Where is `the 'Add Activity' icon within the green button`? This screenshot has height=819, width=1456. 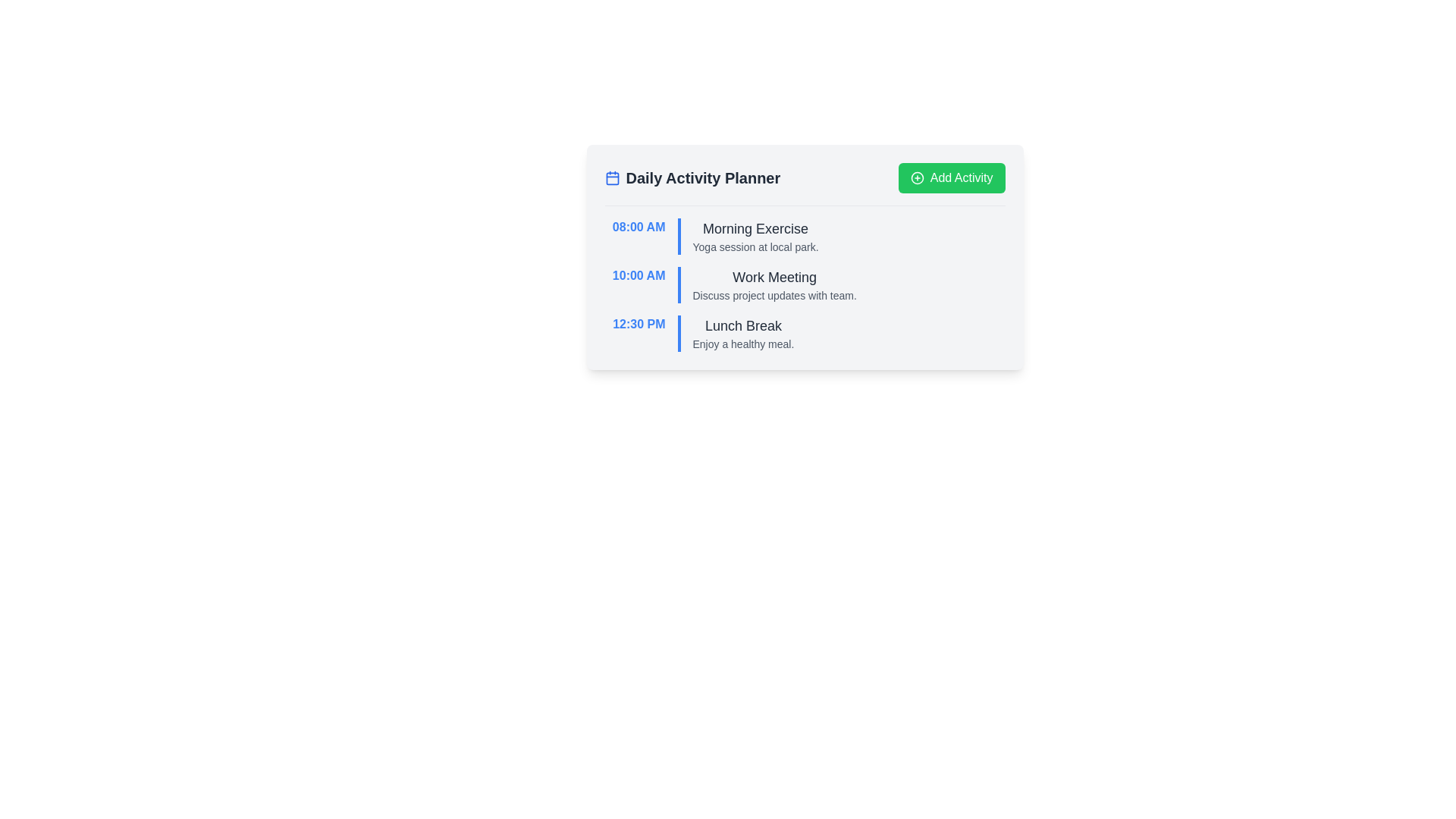 the 'Add Activity' icon within the green button is located at coordinates (916, 177).